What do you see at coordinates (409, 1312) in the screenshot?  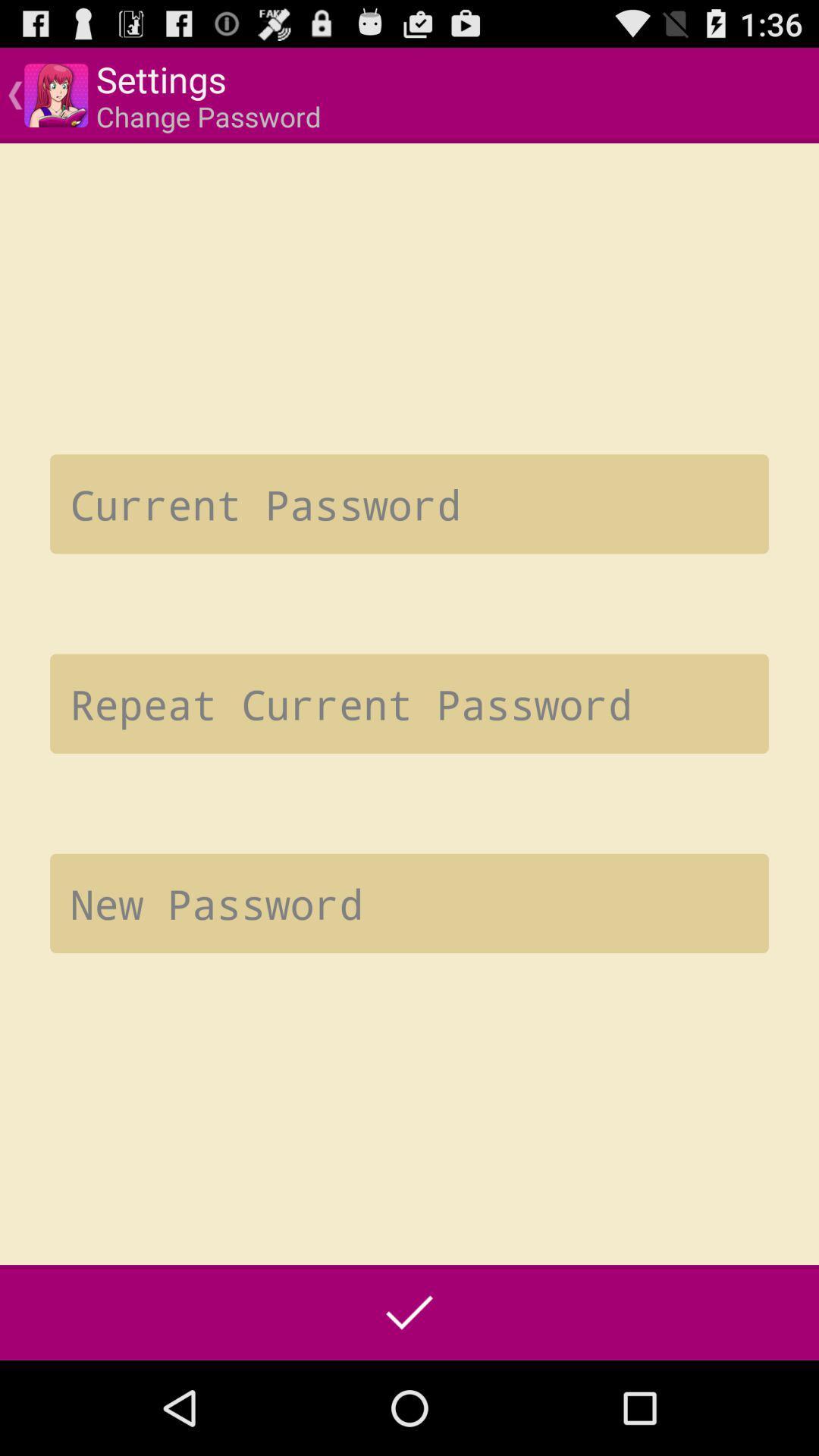 I see `the icon at the bottom` at bounding box center [409, 1312].